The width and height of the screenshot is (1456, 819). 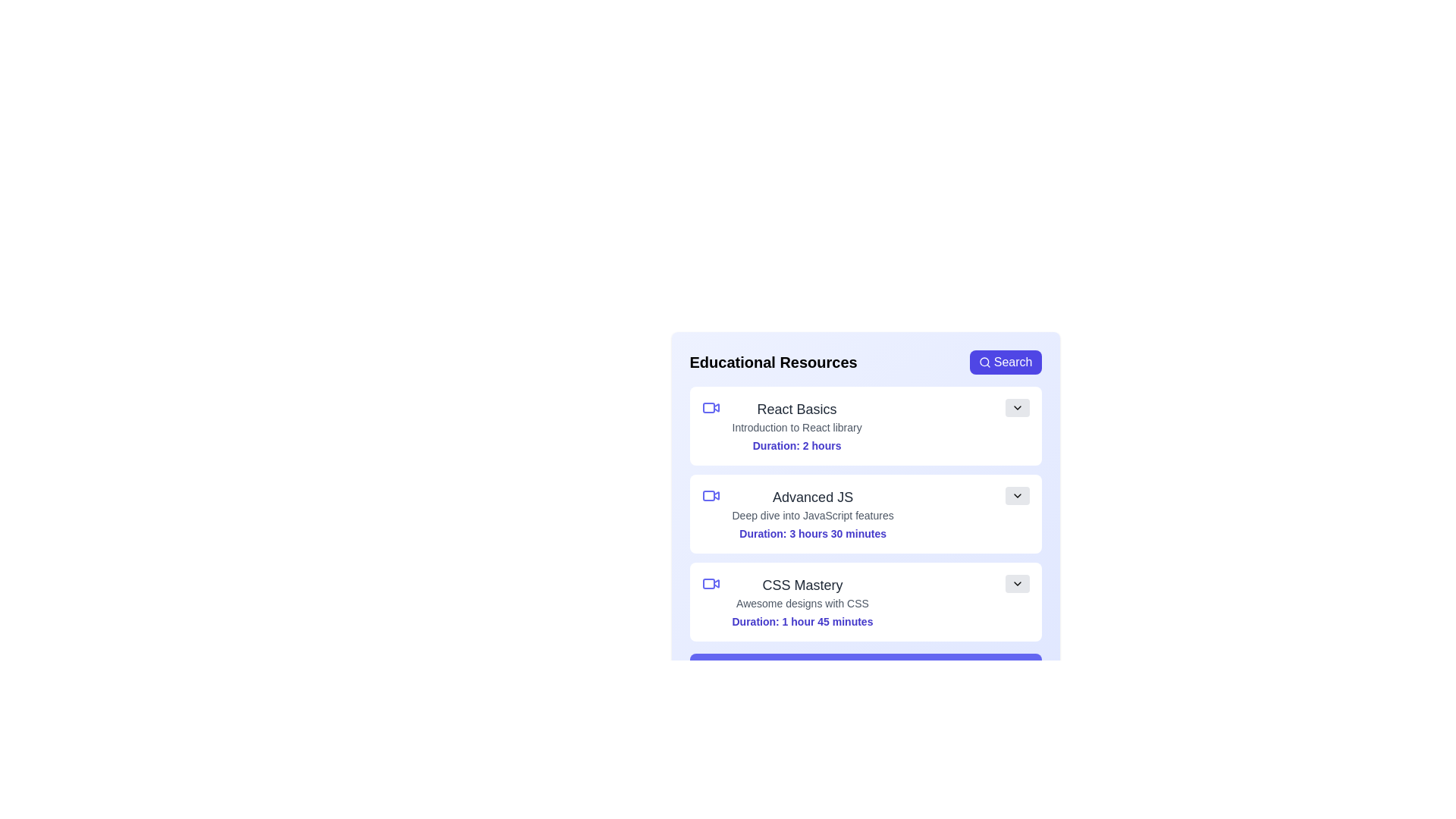 I want to click on chevron button of the resource titled 'CSS Mastery' to toggle its details, so click(x=1017, y=583).